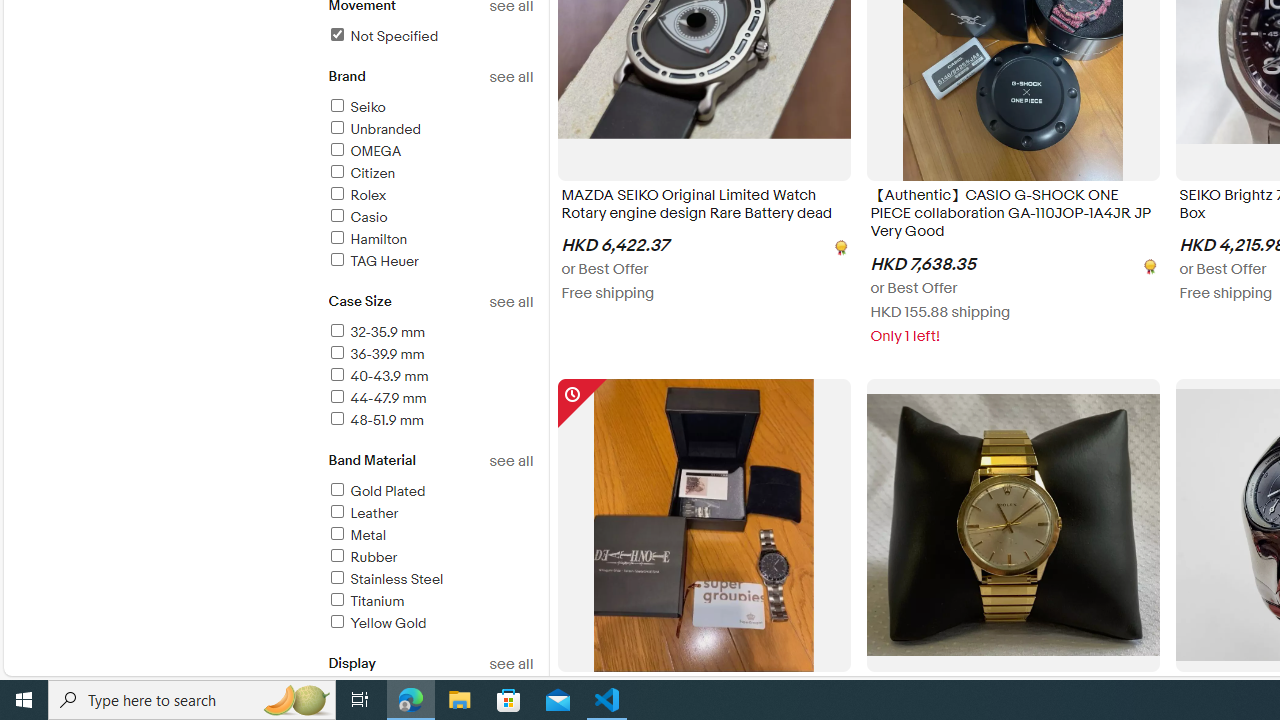 The image size is (1280, 720). What do you see at coordinates (362, 557) in the screenshot?
I see `'Rubber'` at bounding box center [362, 557].